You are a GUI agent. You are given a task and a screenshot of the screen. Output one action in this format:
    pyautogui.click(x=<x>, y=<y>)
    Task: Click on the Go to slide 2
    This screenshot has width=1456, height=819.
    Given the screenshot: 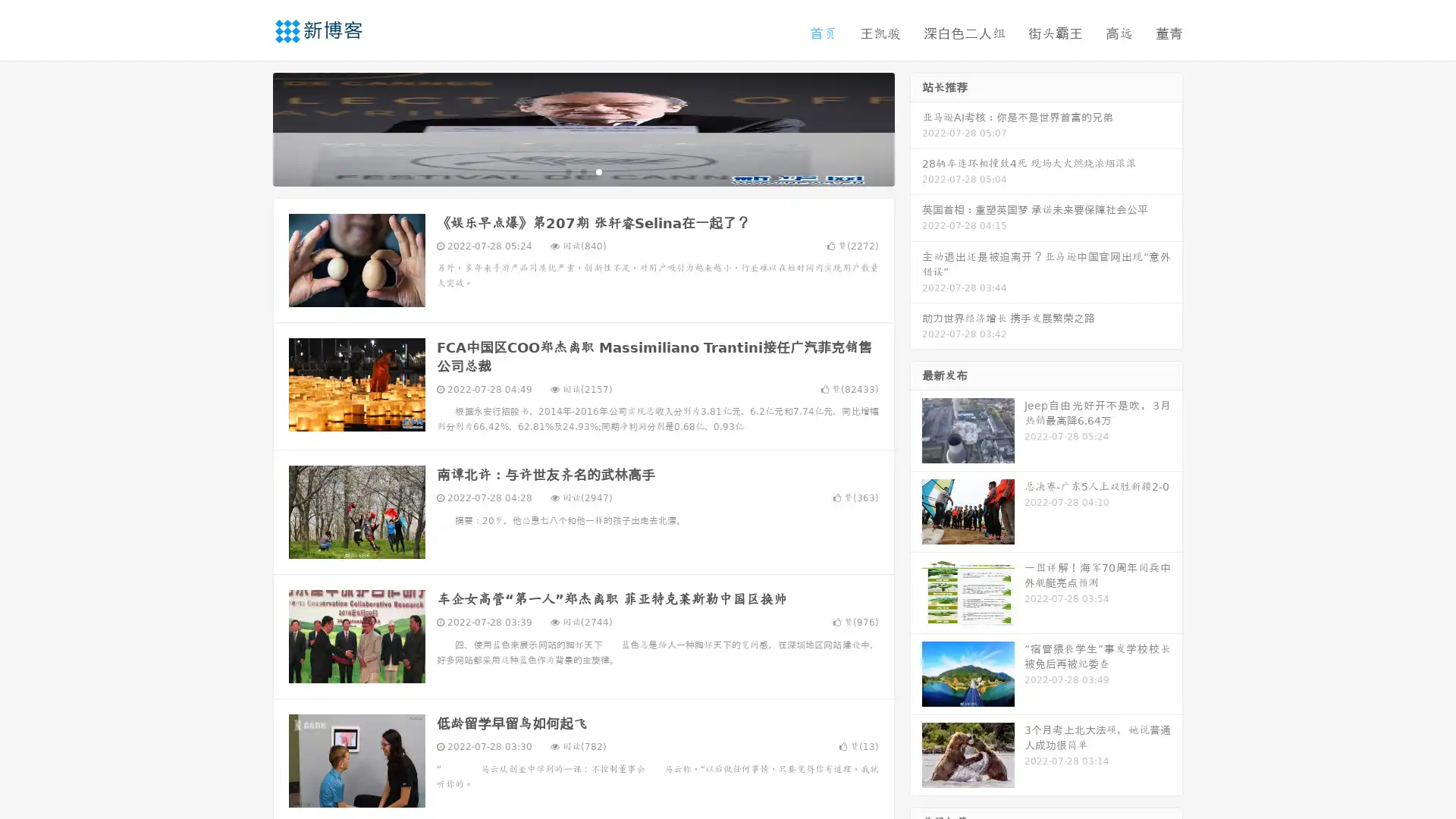 What is the action you would take?
    pyautogui.click(x=582, y=171)
    